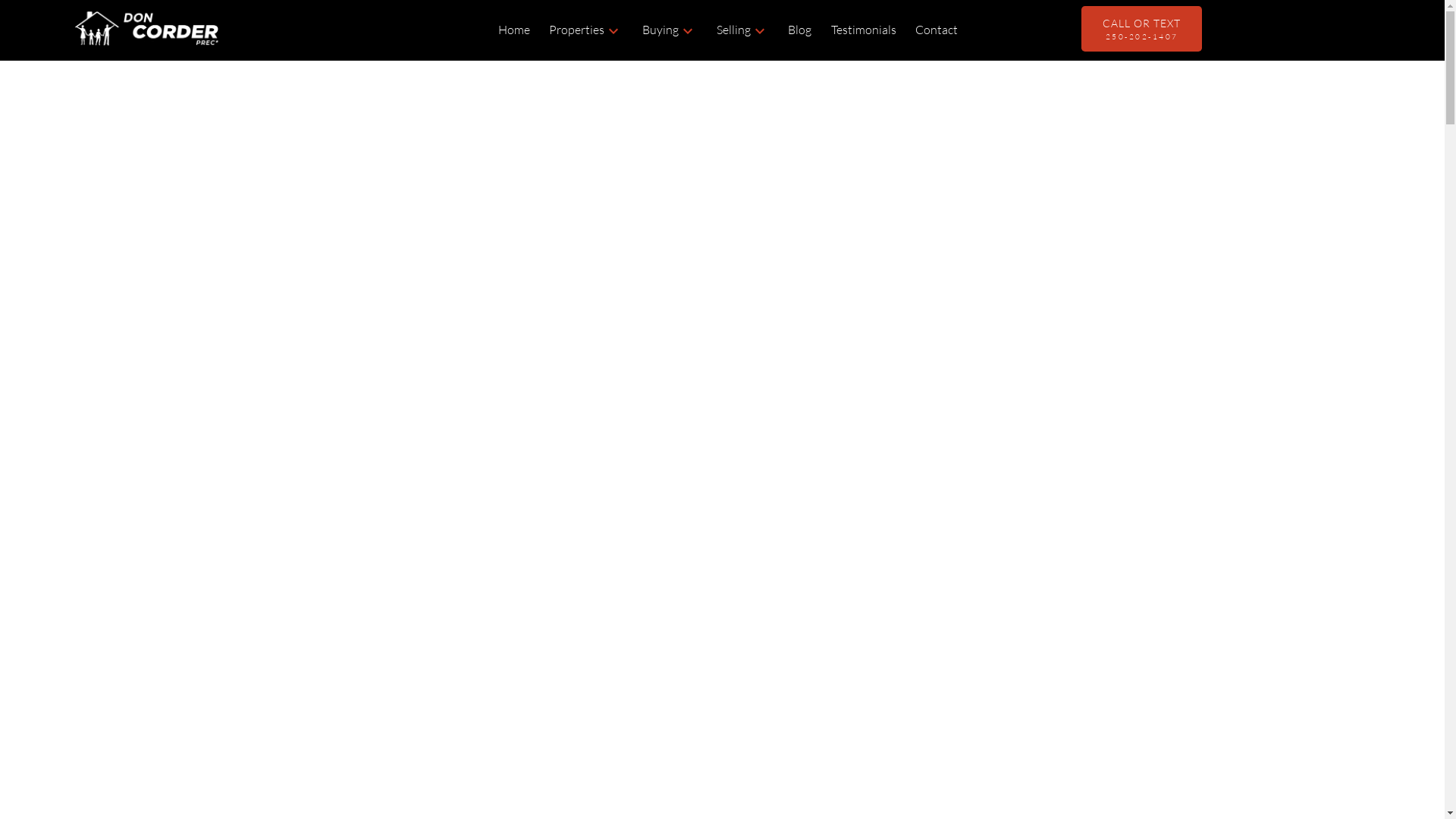 The image size is (1456, 819). What do you see at coordinates (787, 30) in the screenshot?
I see `'Blog'` at bounding box center [787, 30].